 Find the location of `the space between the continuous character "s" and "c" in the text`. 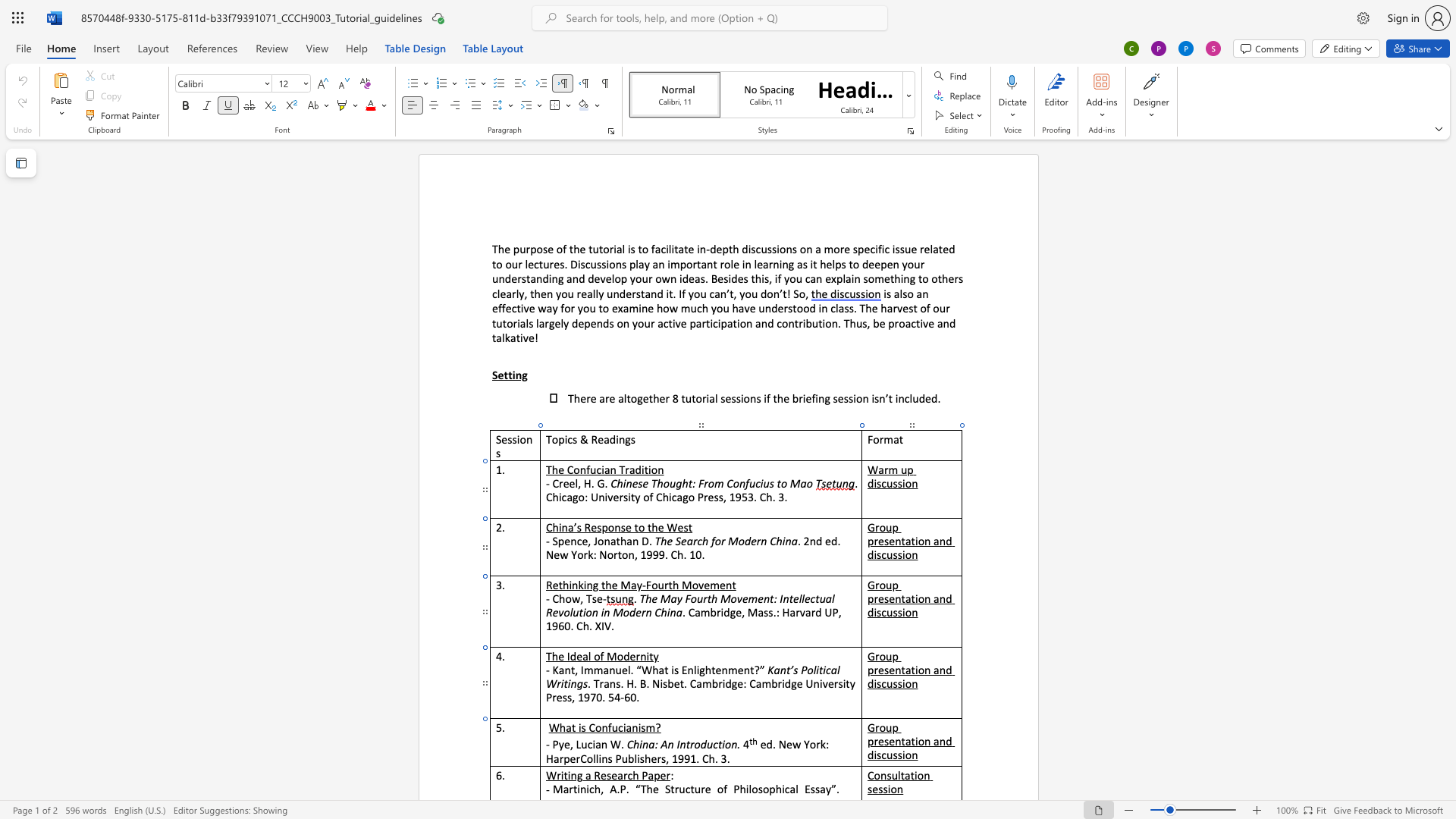

the space between the continuous character "s" and "c" in the text is located at coordinates (881, 683).